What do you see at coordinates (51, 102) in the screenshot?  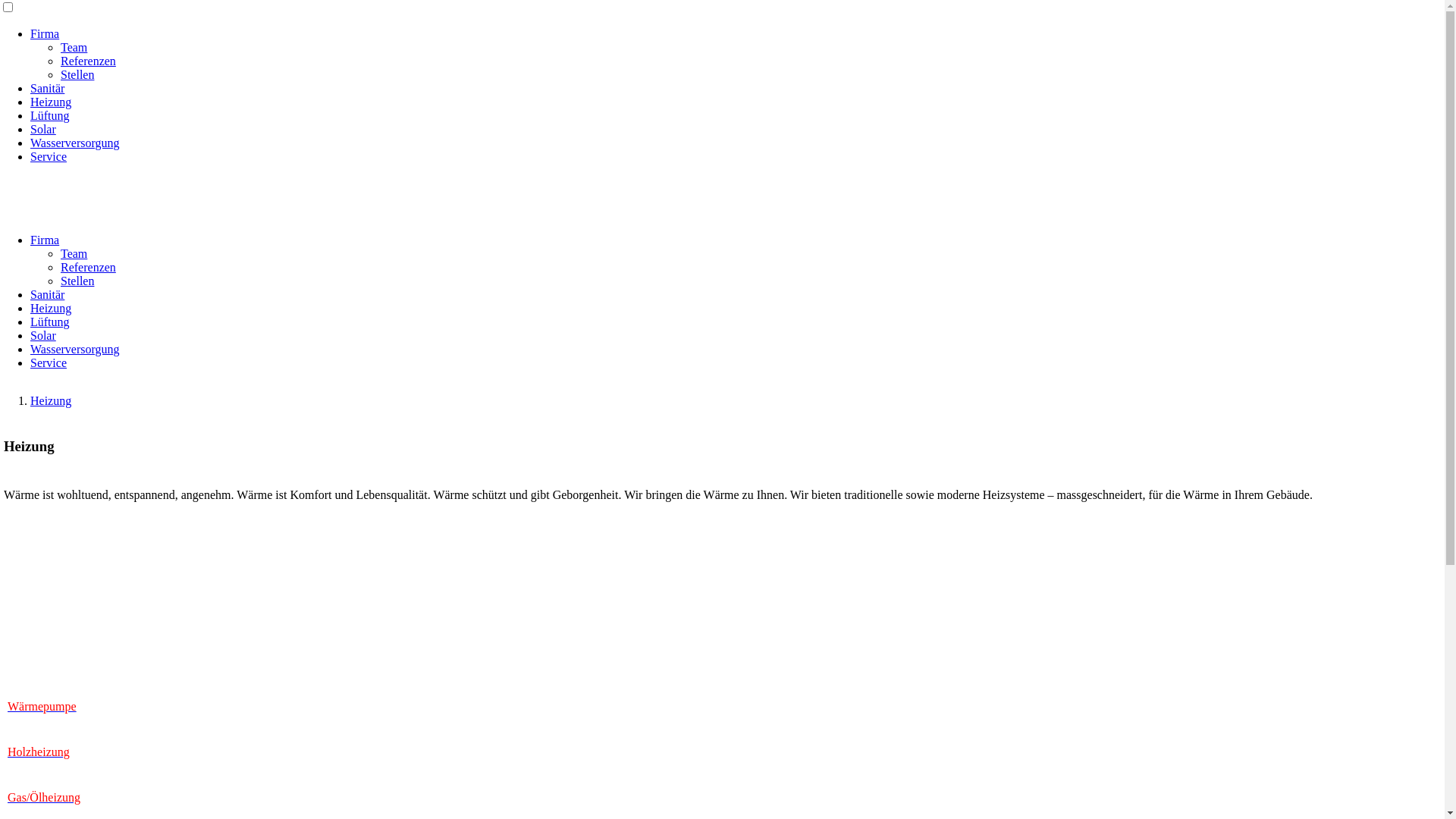 I see `'Heizung'` at bounding box center [51, 102].